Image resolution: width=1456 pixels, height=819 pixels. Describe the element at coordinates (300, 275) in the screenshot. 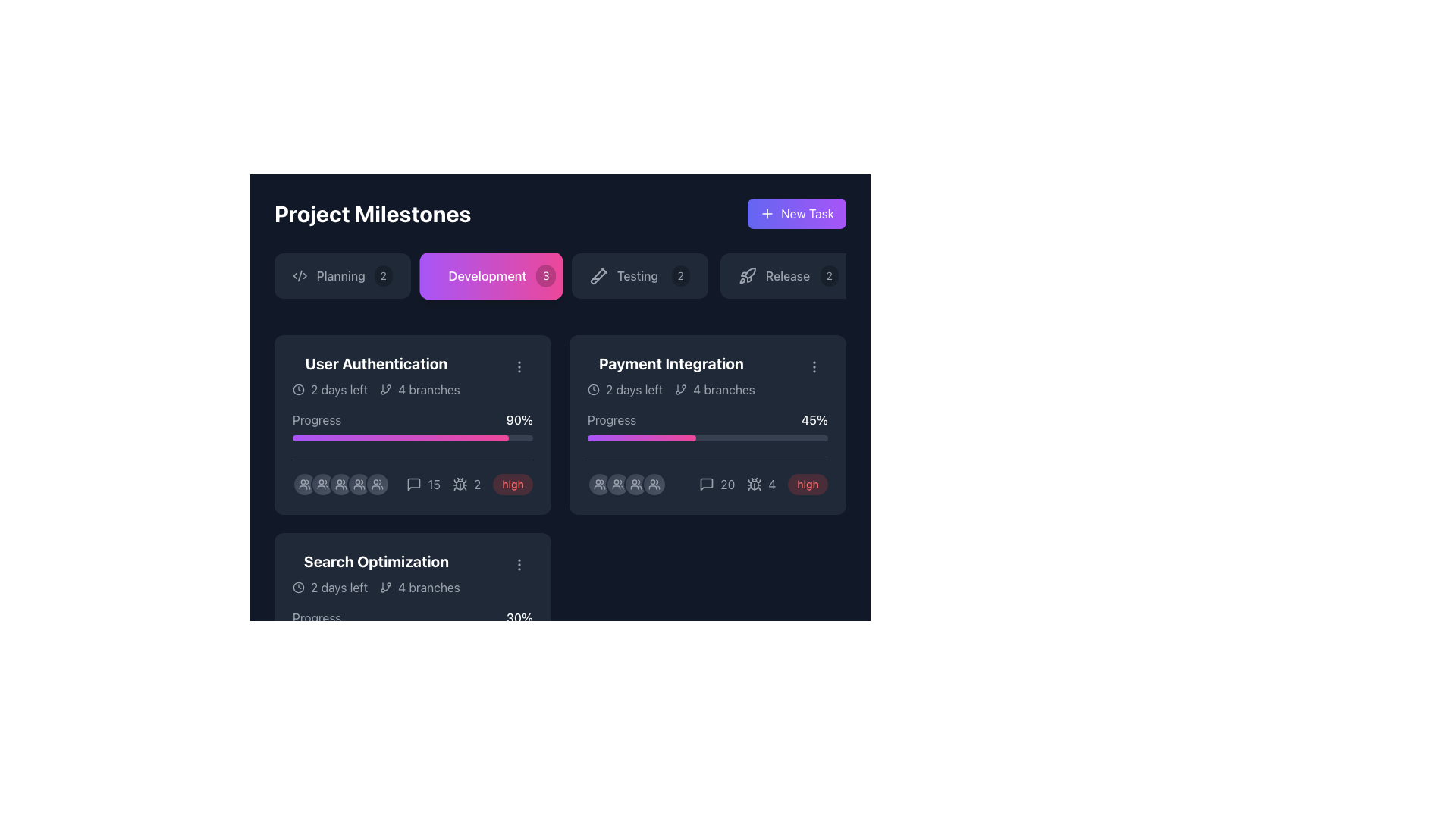

I see `the 'Planning' SVG Icon, which is located on the left side of the 'Planning' button in the top horizontal navigation bar` at that location.